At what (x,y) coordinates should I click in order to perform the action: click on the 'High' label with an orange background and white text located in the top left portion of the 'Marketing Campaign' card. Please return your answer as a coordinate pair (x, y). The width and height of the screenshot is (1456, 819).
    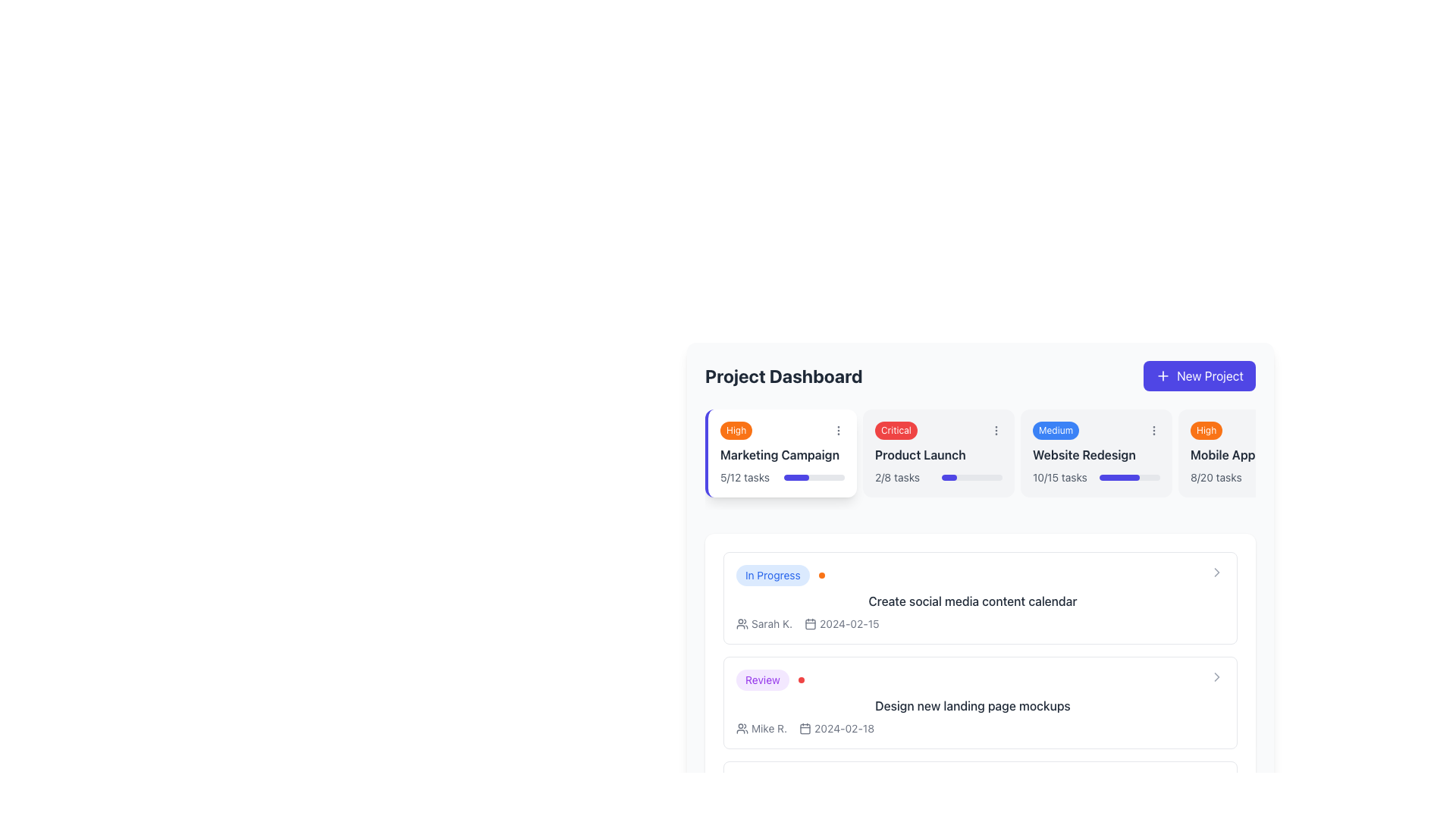
    Looking at the image, I should click on (736, 430).